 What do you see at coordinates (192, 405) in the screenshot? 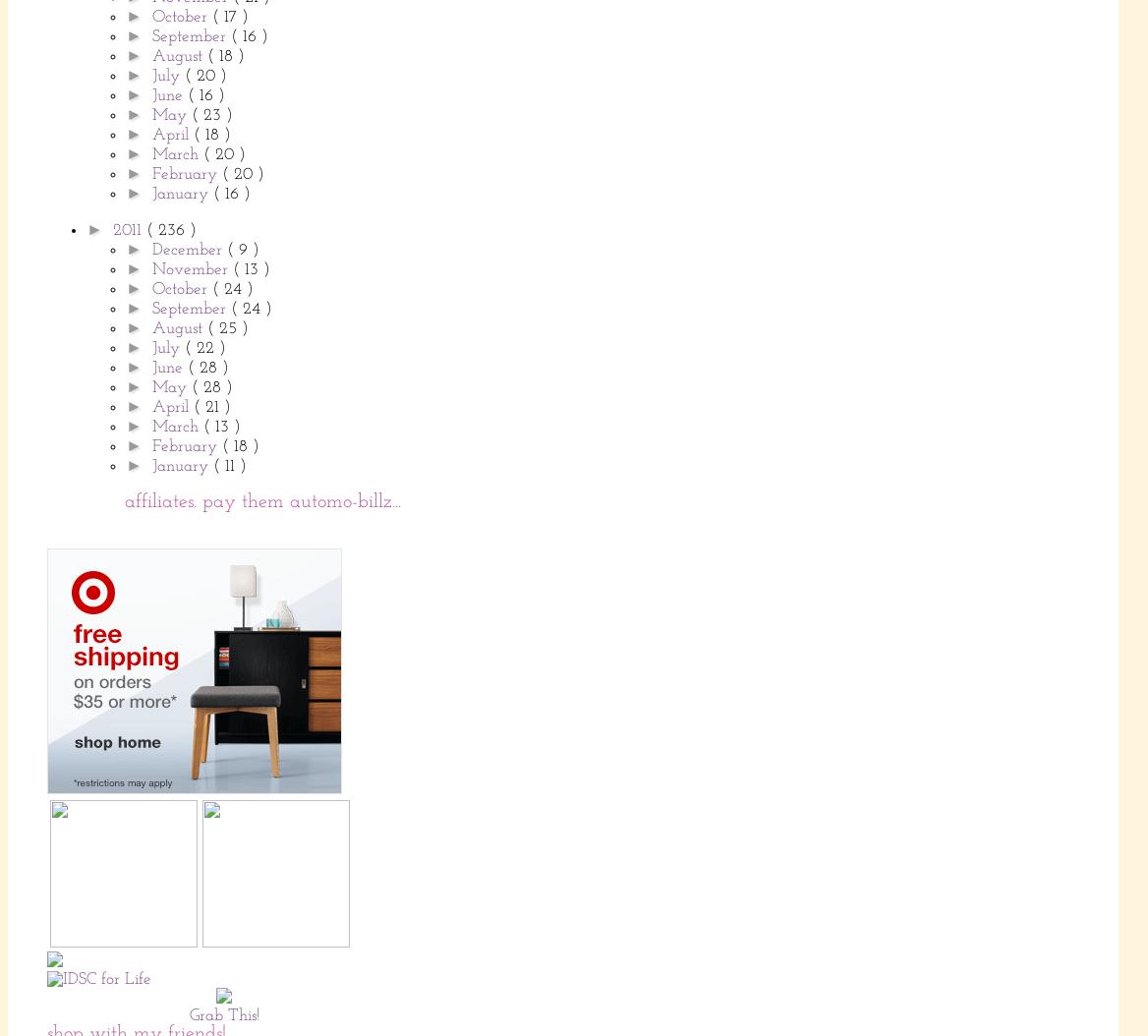
I see `'(
                21
                )'` at bounding box center [192, 405].